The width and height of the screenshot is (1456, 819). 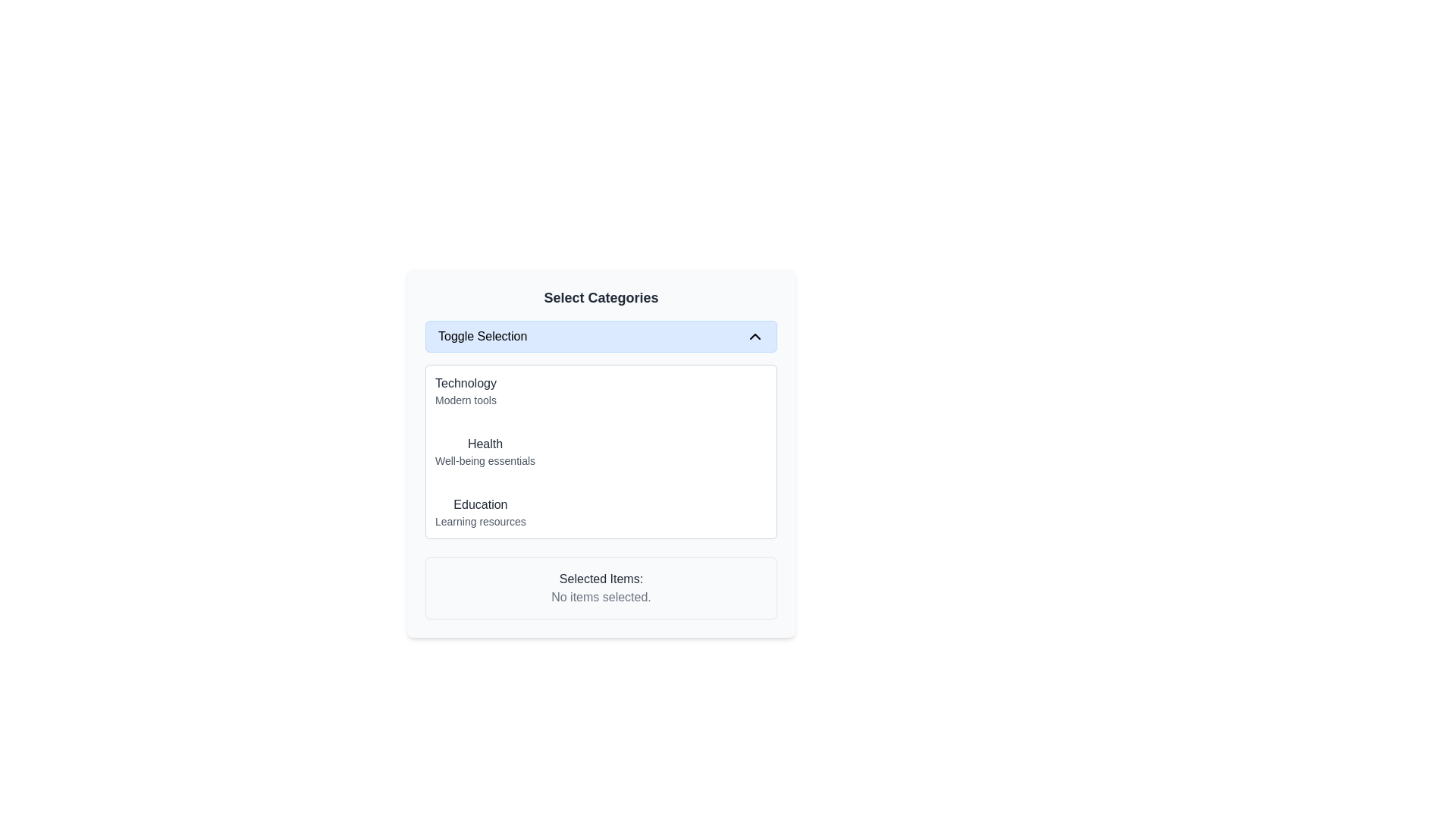 I want to click on the 'Health' text element, which is part of the 'Select Categories' list and is positioned between 'Technology' and 'Education', so click(x=484, y=451).